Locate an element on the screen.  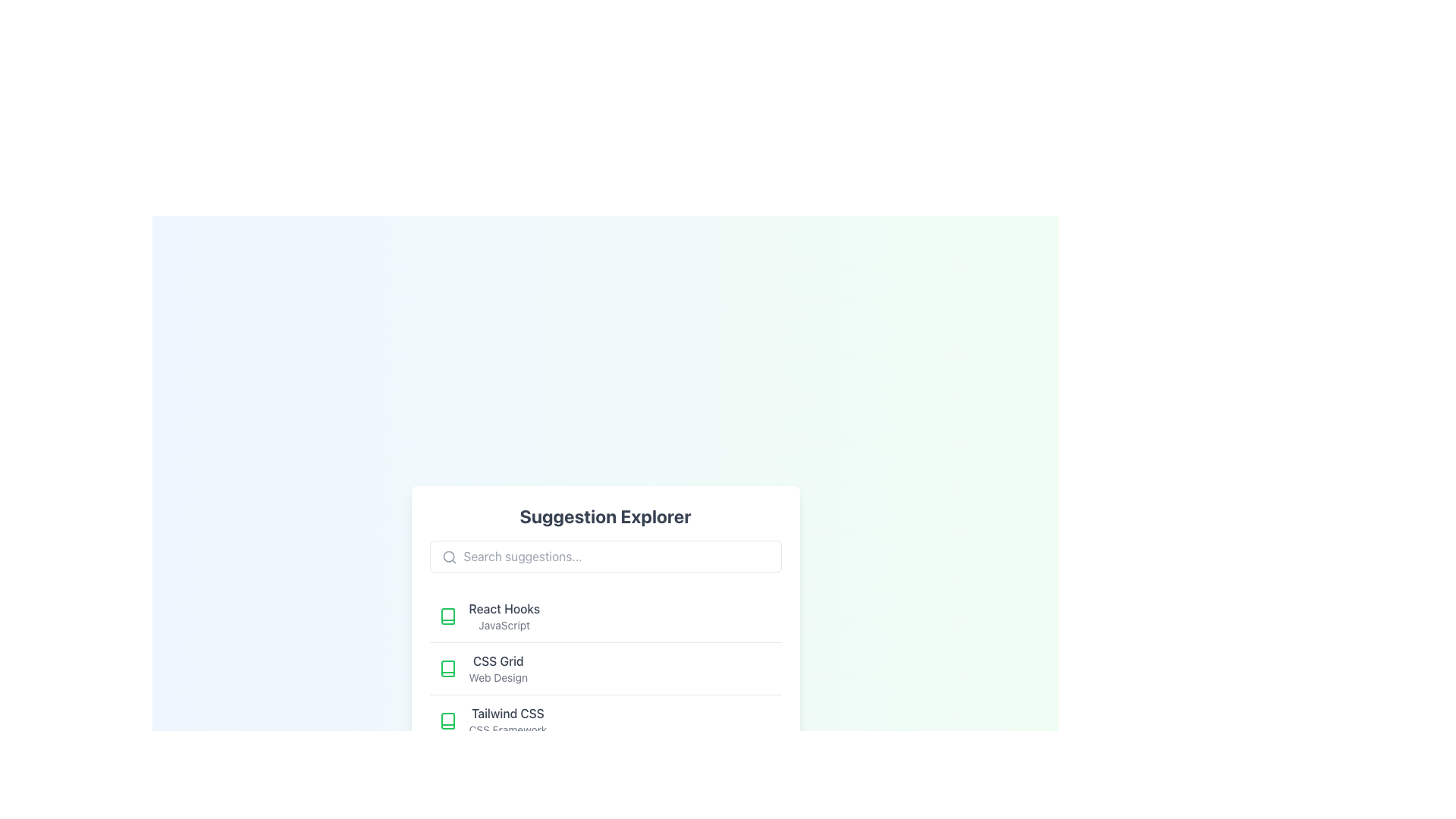
the first item in the suggestion list related to 'React Hooks' and 'JavaScript' is located at coordinates (604, 617).